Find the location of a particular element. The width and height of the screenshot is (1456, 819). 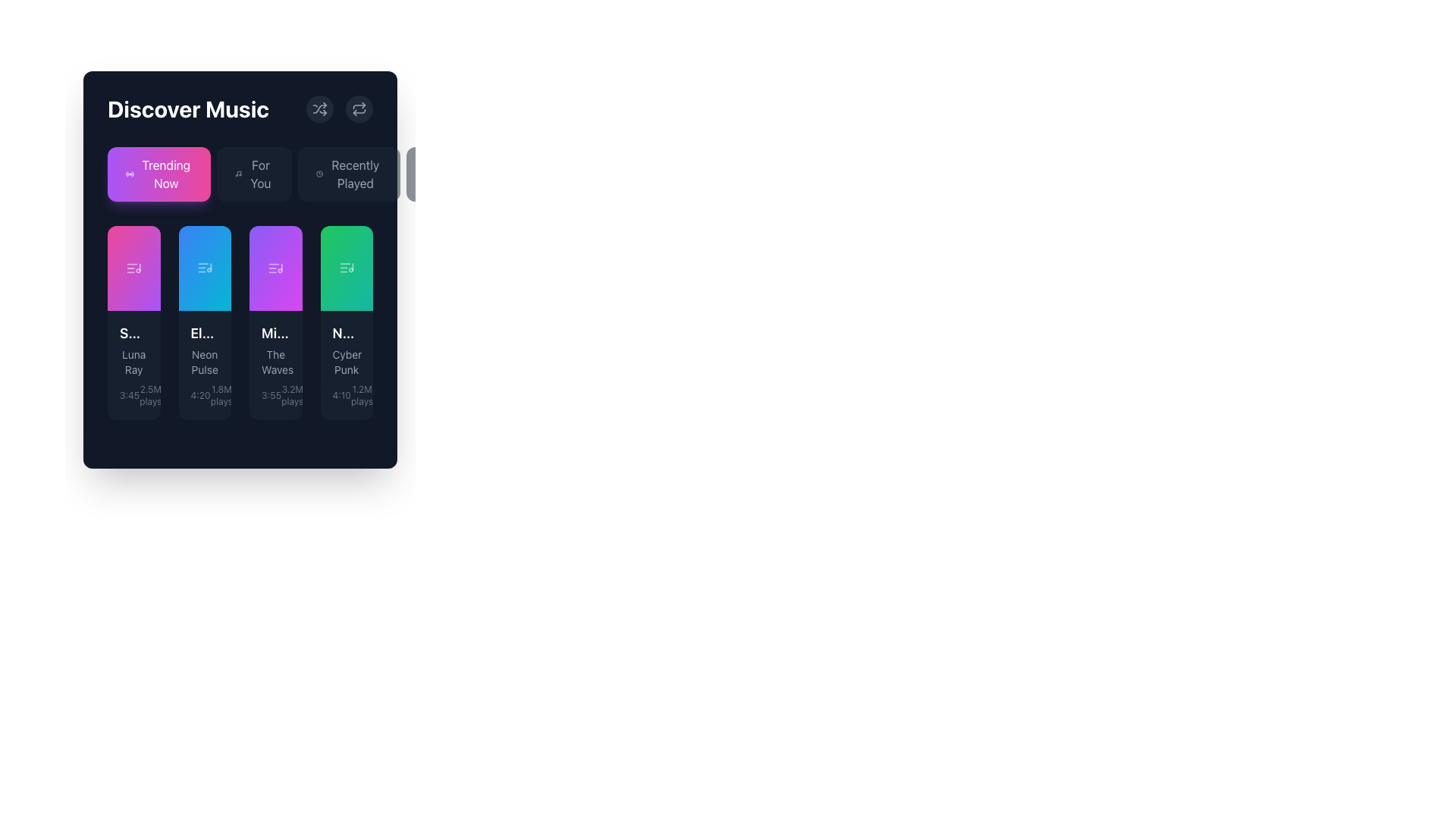

the first button in the horizontal group on the top left of the 'Discover Music' card is located at coordinates (158, 174).